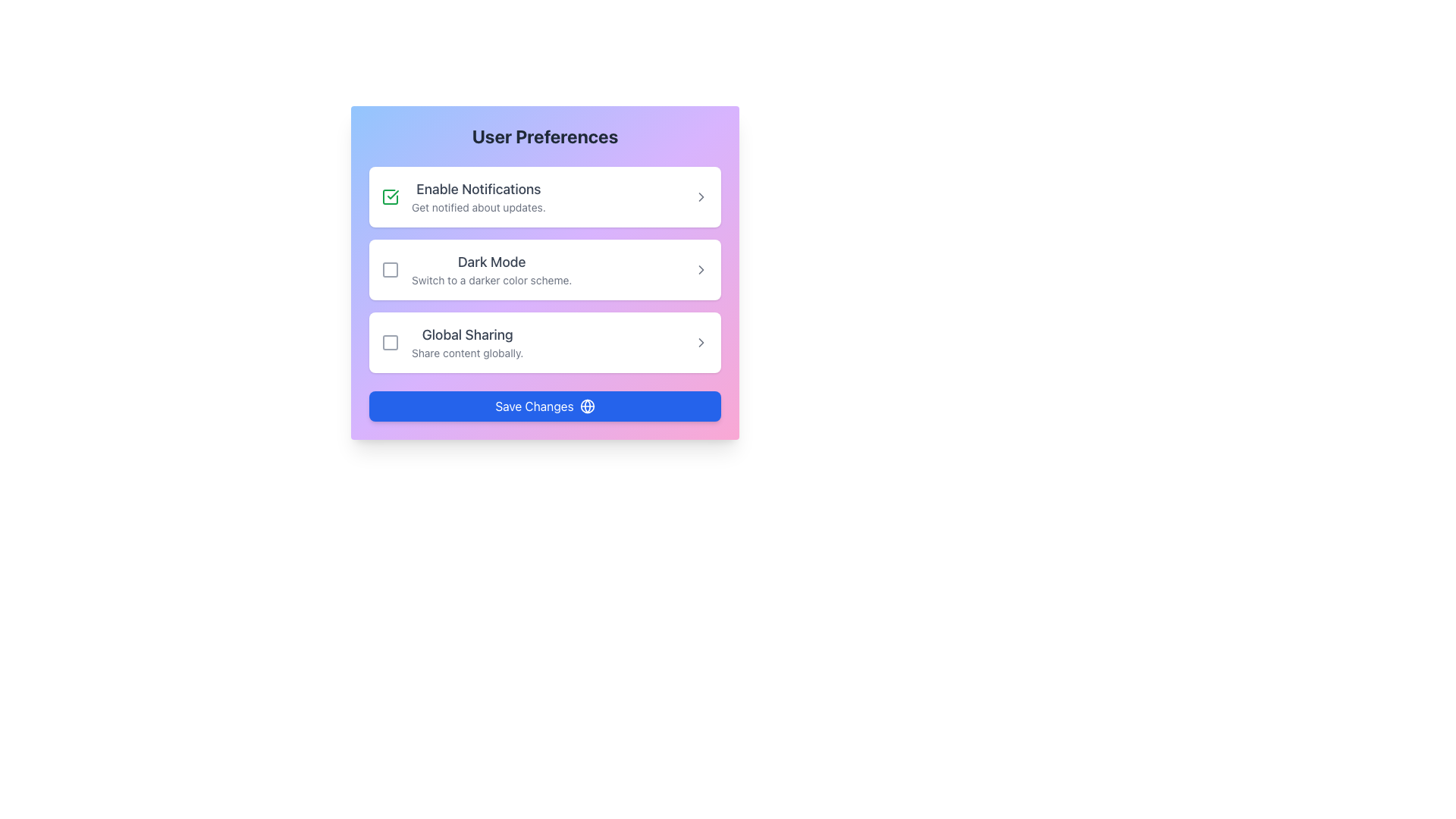 The width and height of the screenshot is (1456, 819). What do you see at coordinates (545, 342) in the screenshot?
I see `the checkbox in the 'Global Sharing' preference setting item` at bounding box center [545, 342].